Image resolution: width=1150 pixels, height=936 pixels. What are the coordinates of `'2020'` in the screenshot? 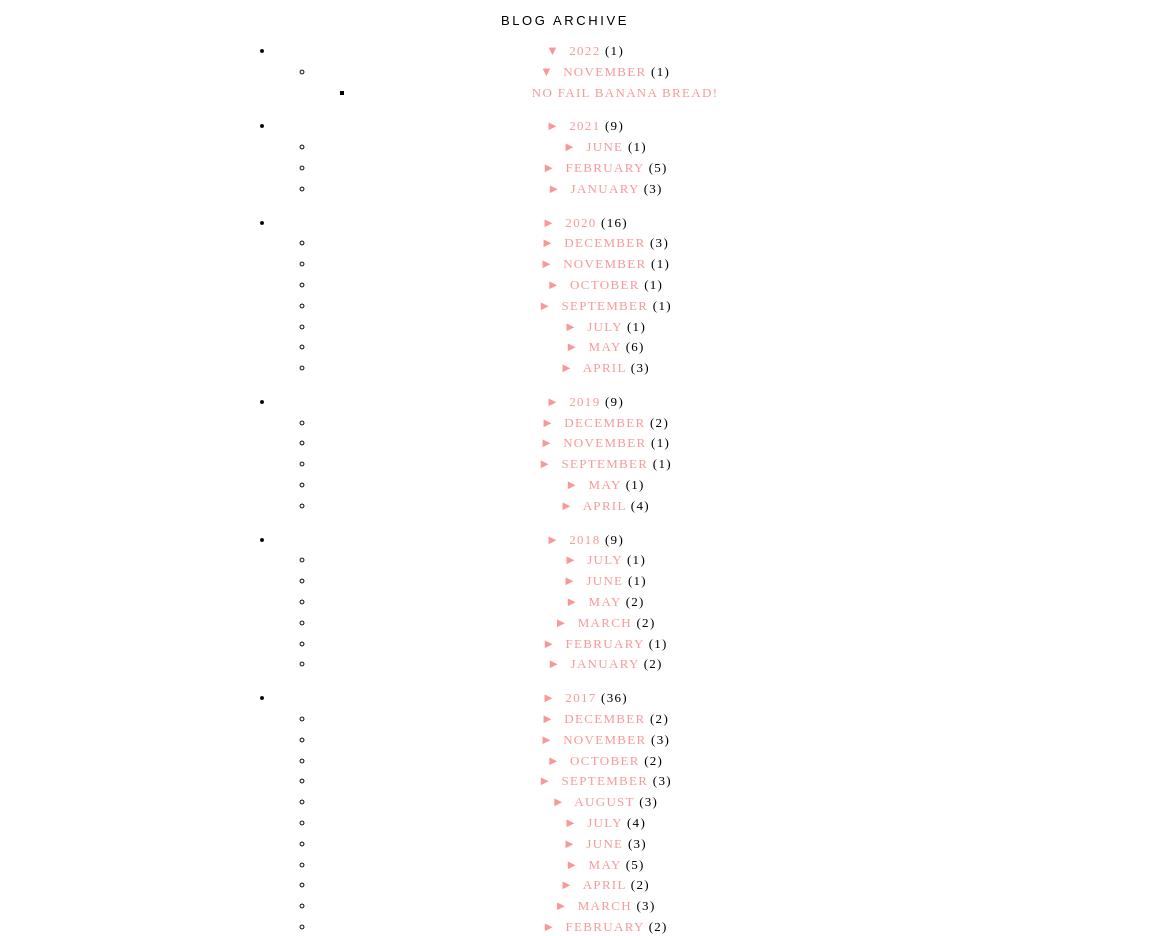 It's located at (582, 221).